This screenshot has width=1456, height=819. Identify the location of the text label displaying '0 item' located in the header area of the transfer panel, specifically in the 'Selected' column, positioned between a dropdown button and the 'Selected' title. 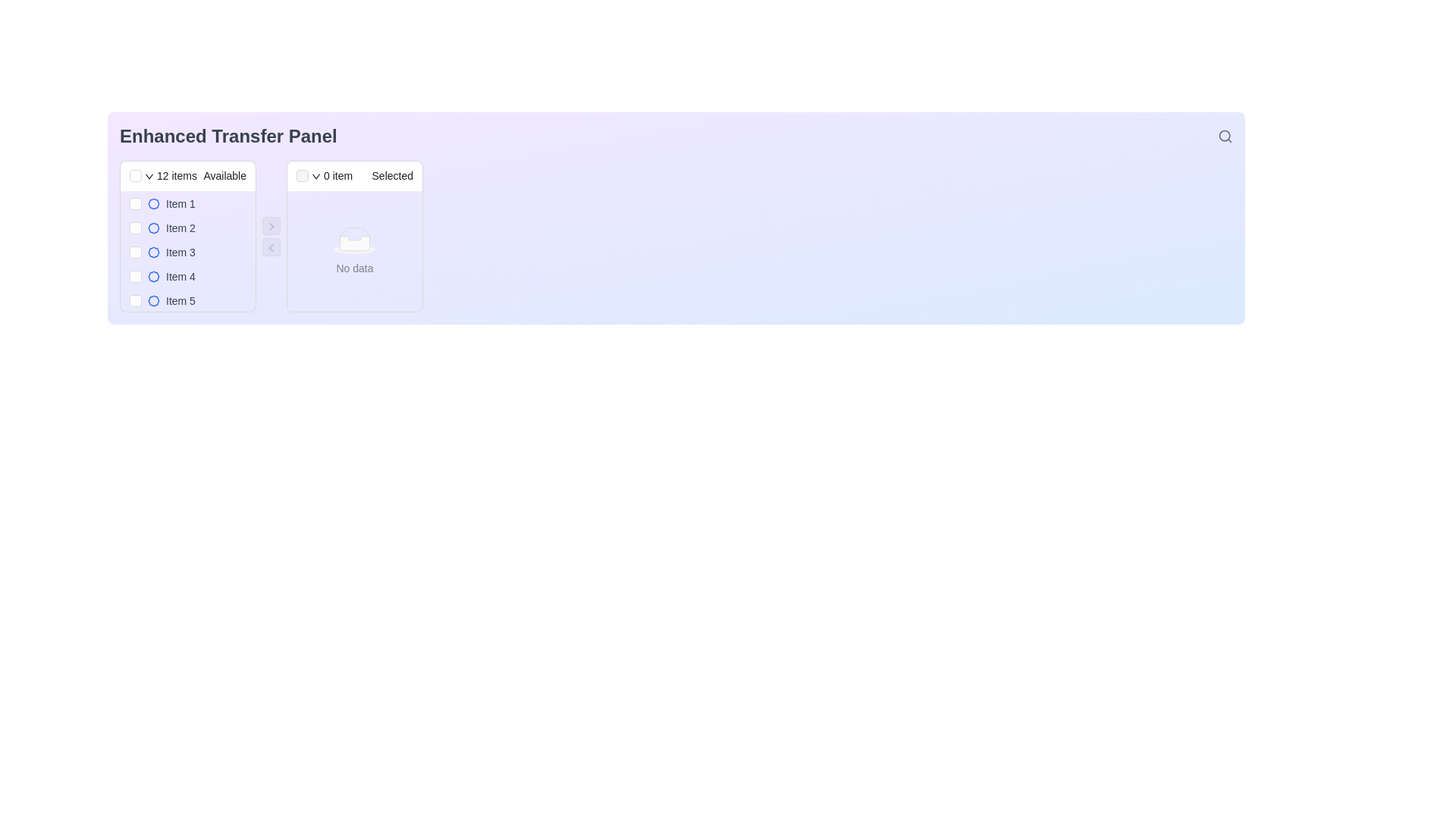
(337, 174).